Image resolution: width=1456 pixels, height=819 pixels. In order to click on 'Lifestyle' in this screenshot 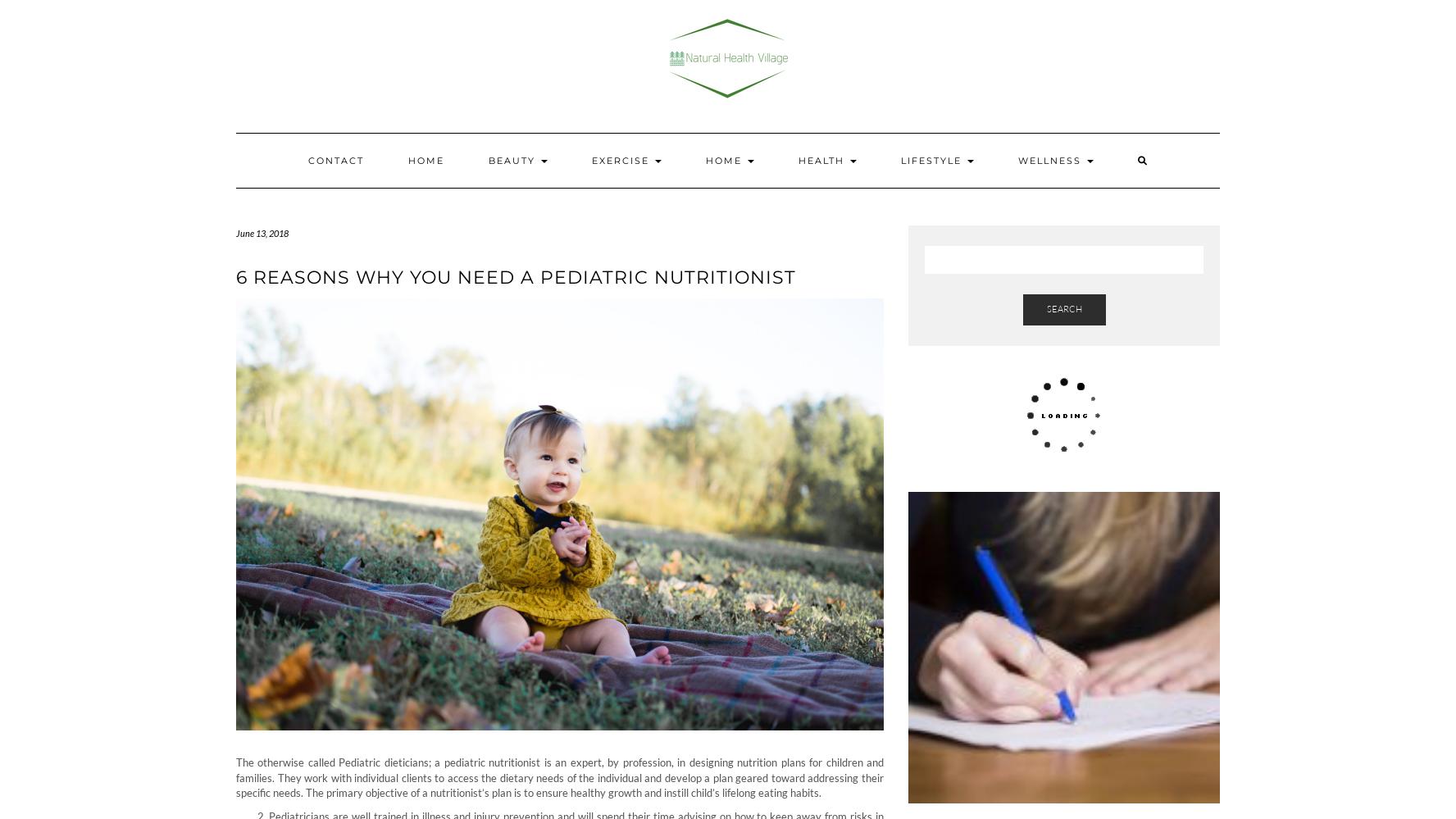, I will do `click(932, 160)`.